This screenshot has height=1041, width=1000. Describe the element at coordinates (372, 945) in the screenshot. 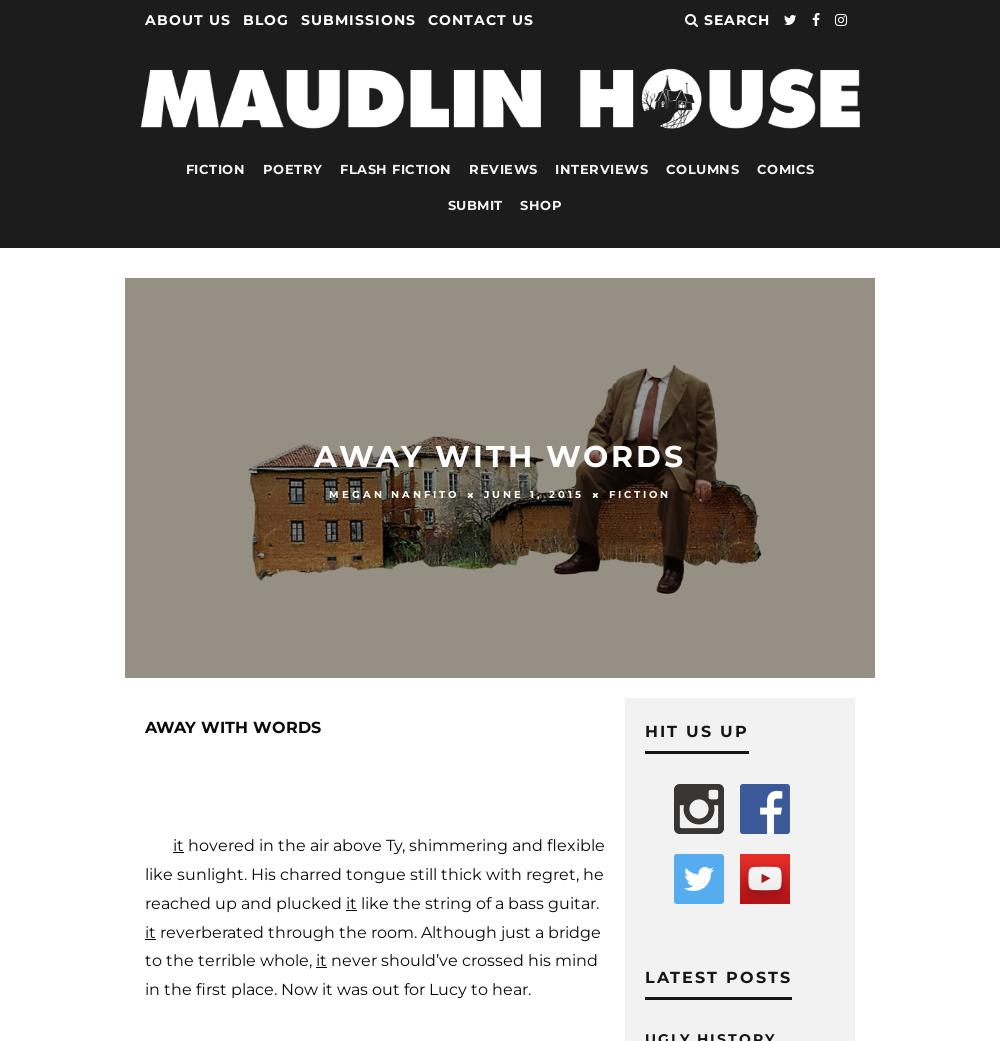

I see `'reverberated through the room. Although just a bridge to the terrible whole,'` at that location.